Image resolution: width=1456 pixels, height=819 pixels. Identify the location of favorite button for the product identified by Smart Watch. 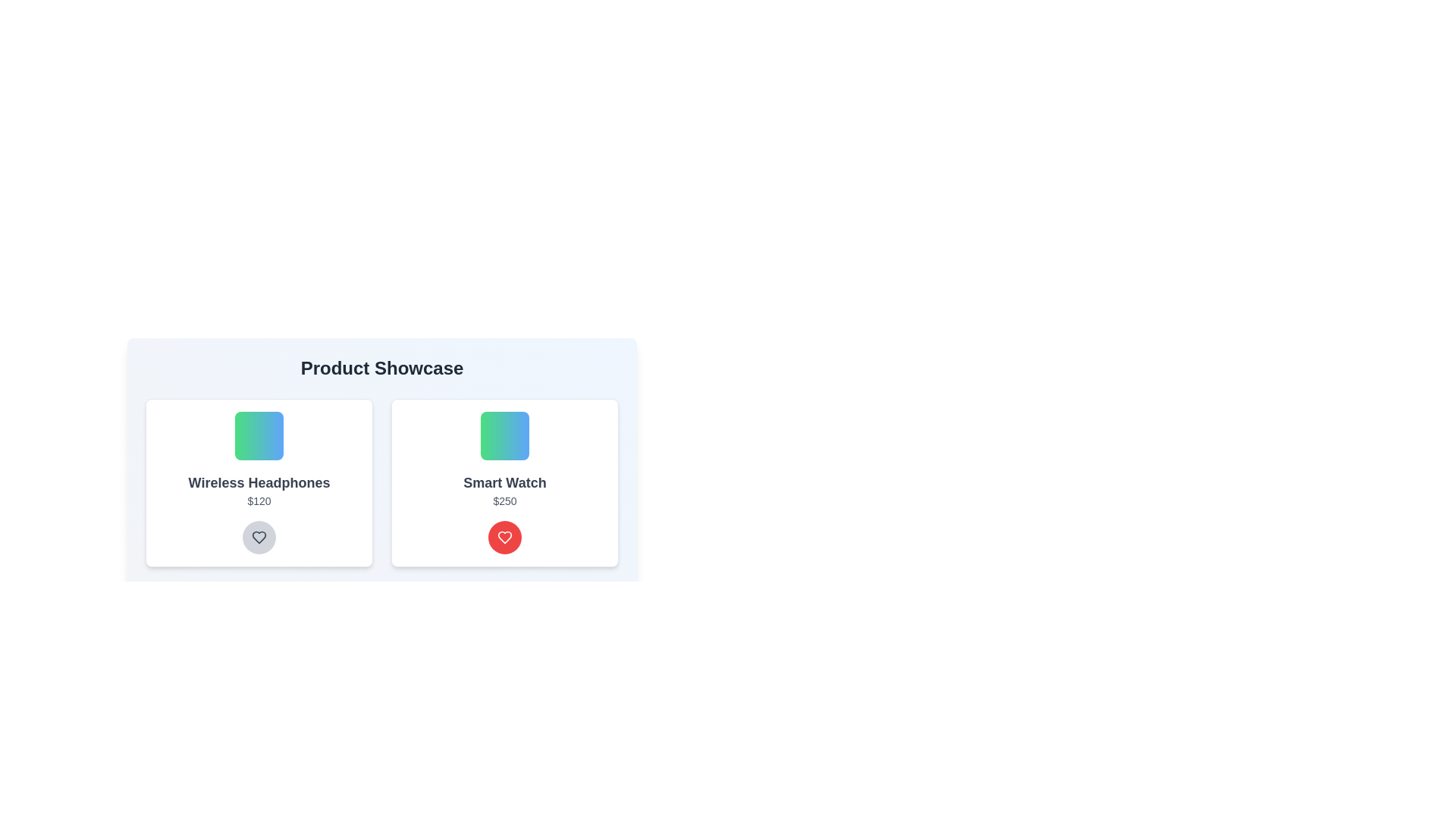
(505, 537).